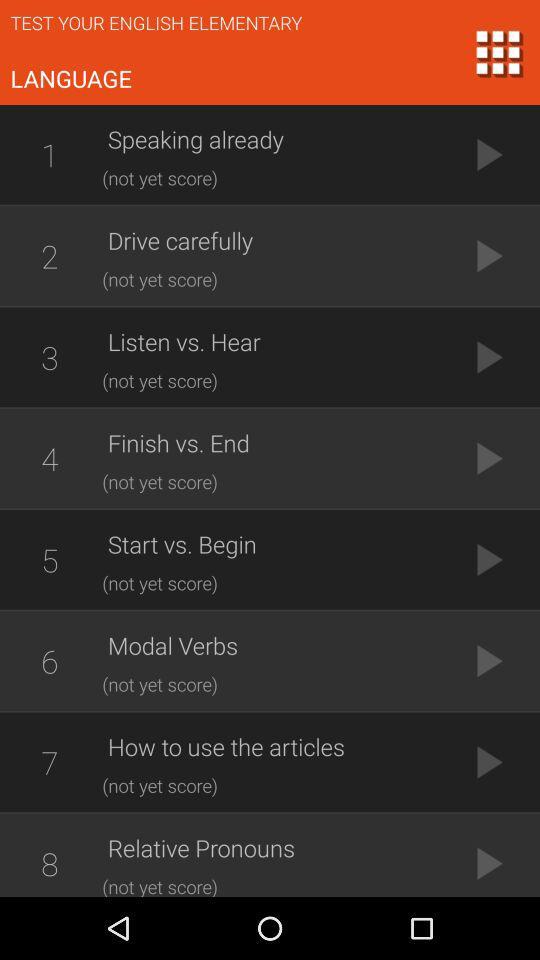 This screenshot has width=540, height=960. What do you see at coordinates (49, 255) in the screenshot?
I see `2 item` at bounding box center [49, 255].